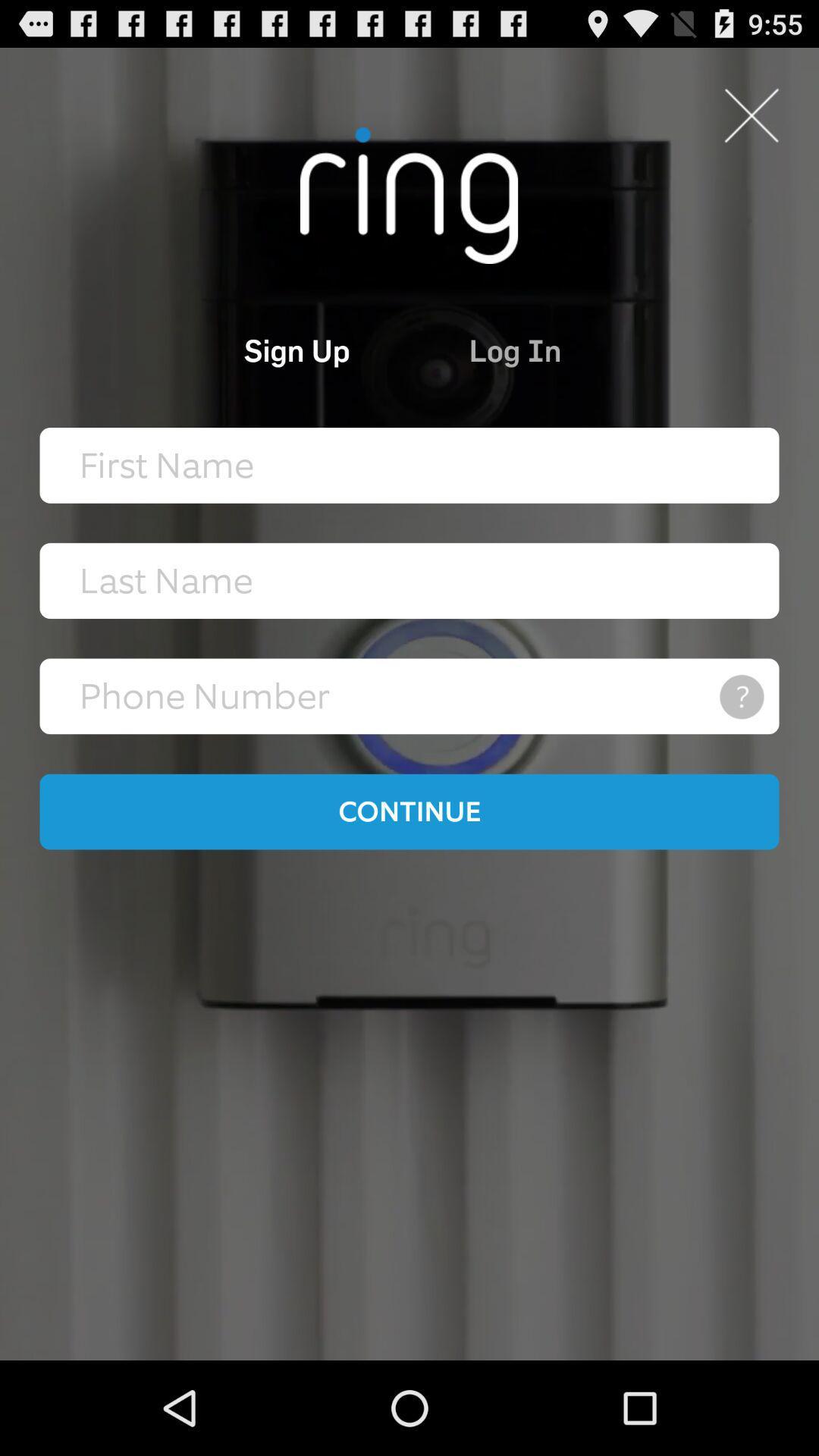 The width and height of the screenshot is (819, 1456). Describe the element at coordinates (751, 124) in the screenshot. I see `the close icon` at that location.